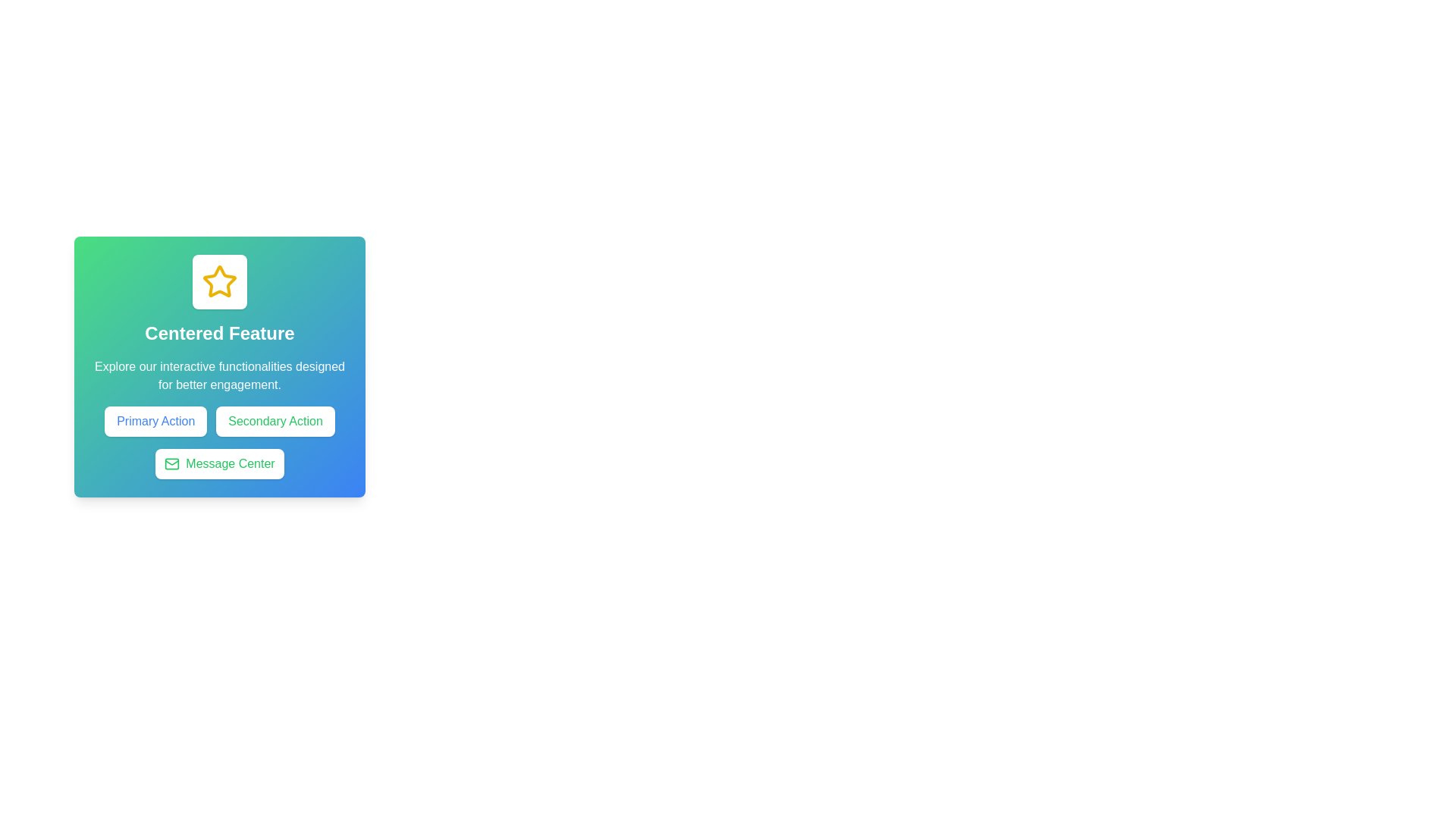 Image resolution: width=1456 pixels, height=819 pixels. Describe the element at coordinates (172, 463) in the screenshot. I see `the 'Message Center' icon, which visually represents the functionality of the button and is located to the left of the text 'Message Center'` at that location.